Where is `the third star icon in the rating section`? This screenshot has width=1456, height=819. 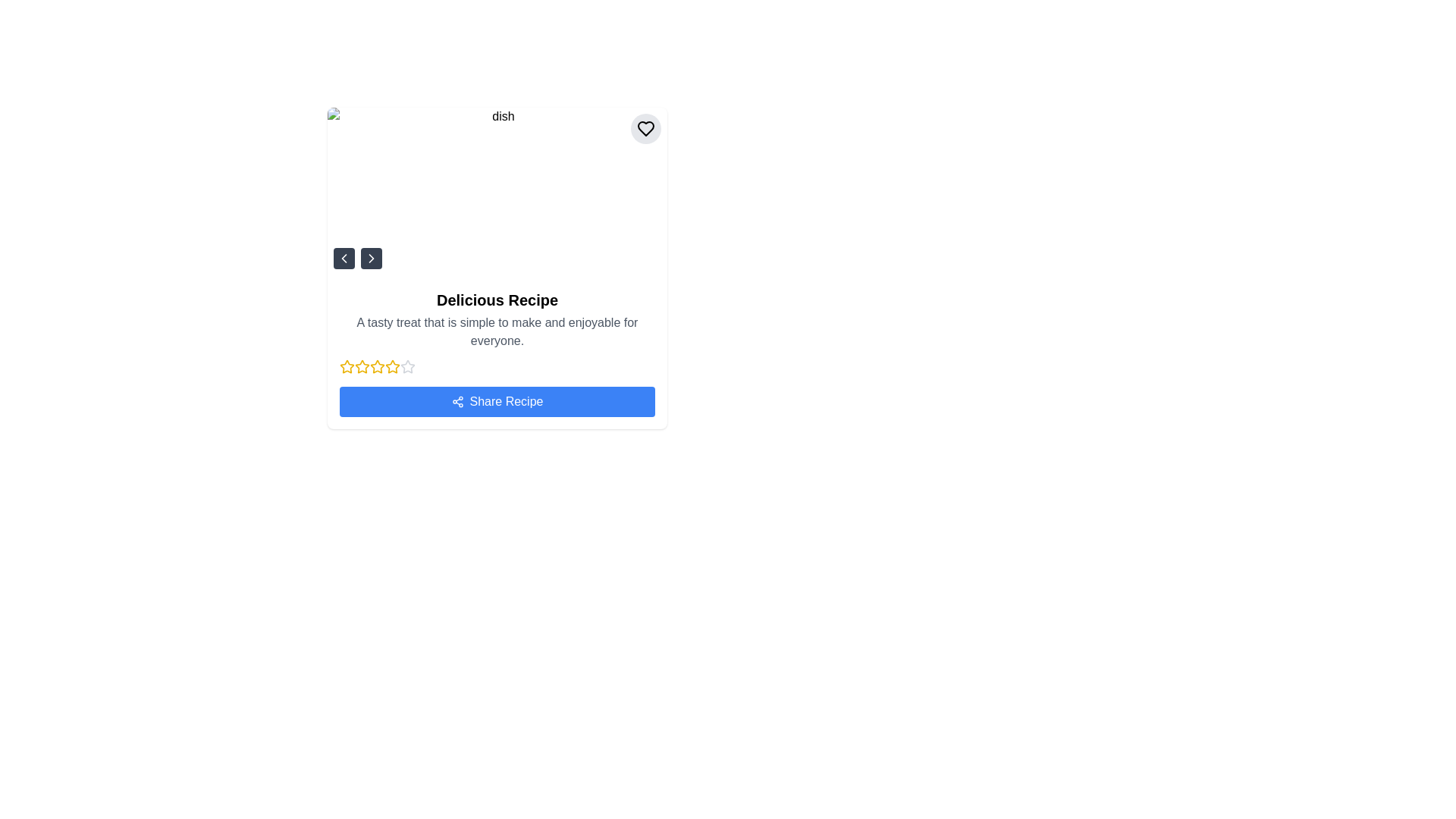
the third star icon in the rating section is located at coordinates (378, 366).